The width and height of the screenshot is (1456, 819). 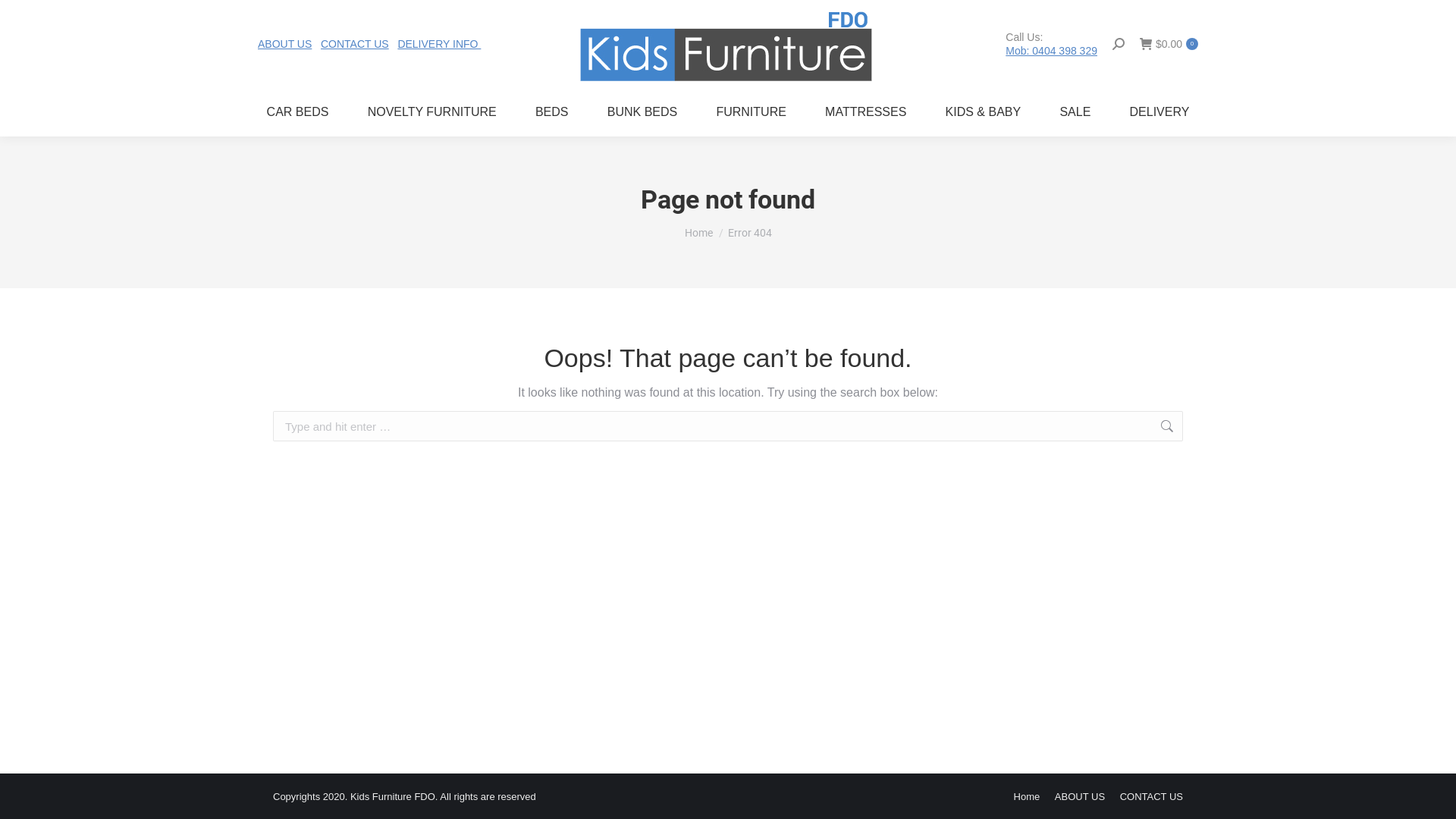 What do you see at coordinates (683, 233) in the screenshot?
I see `'Home'` at bounding box center [683, 233].